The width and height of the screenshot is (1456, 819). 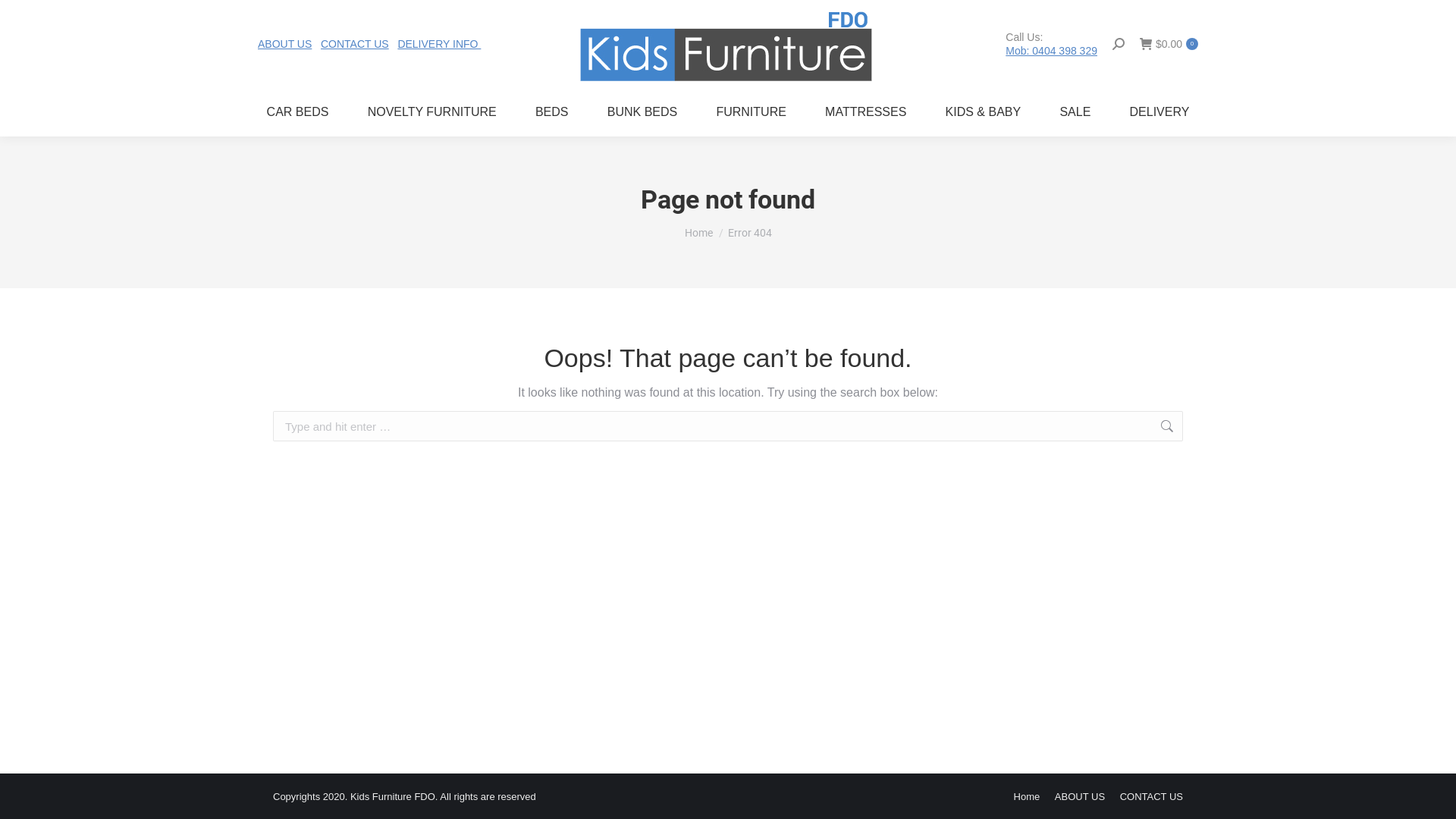 What do you see at coordinates (683, 233) in the screenshot?
I see `'Home'` at bounding box center [683, 233].